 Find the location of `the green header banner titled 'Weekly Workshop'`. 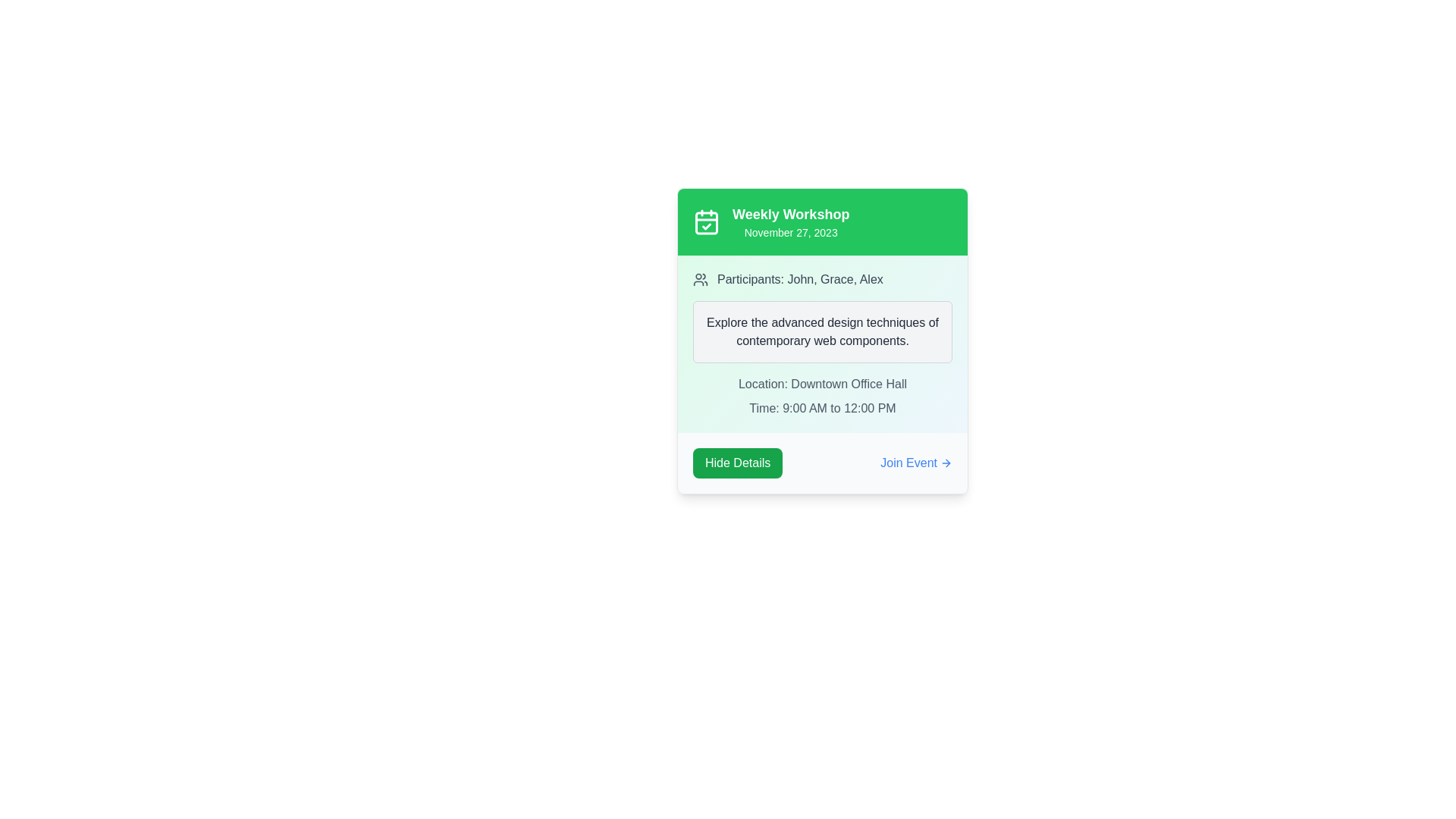

the green header banner titled 'Weekly Workshop' is located at coordinates (821, 222).